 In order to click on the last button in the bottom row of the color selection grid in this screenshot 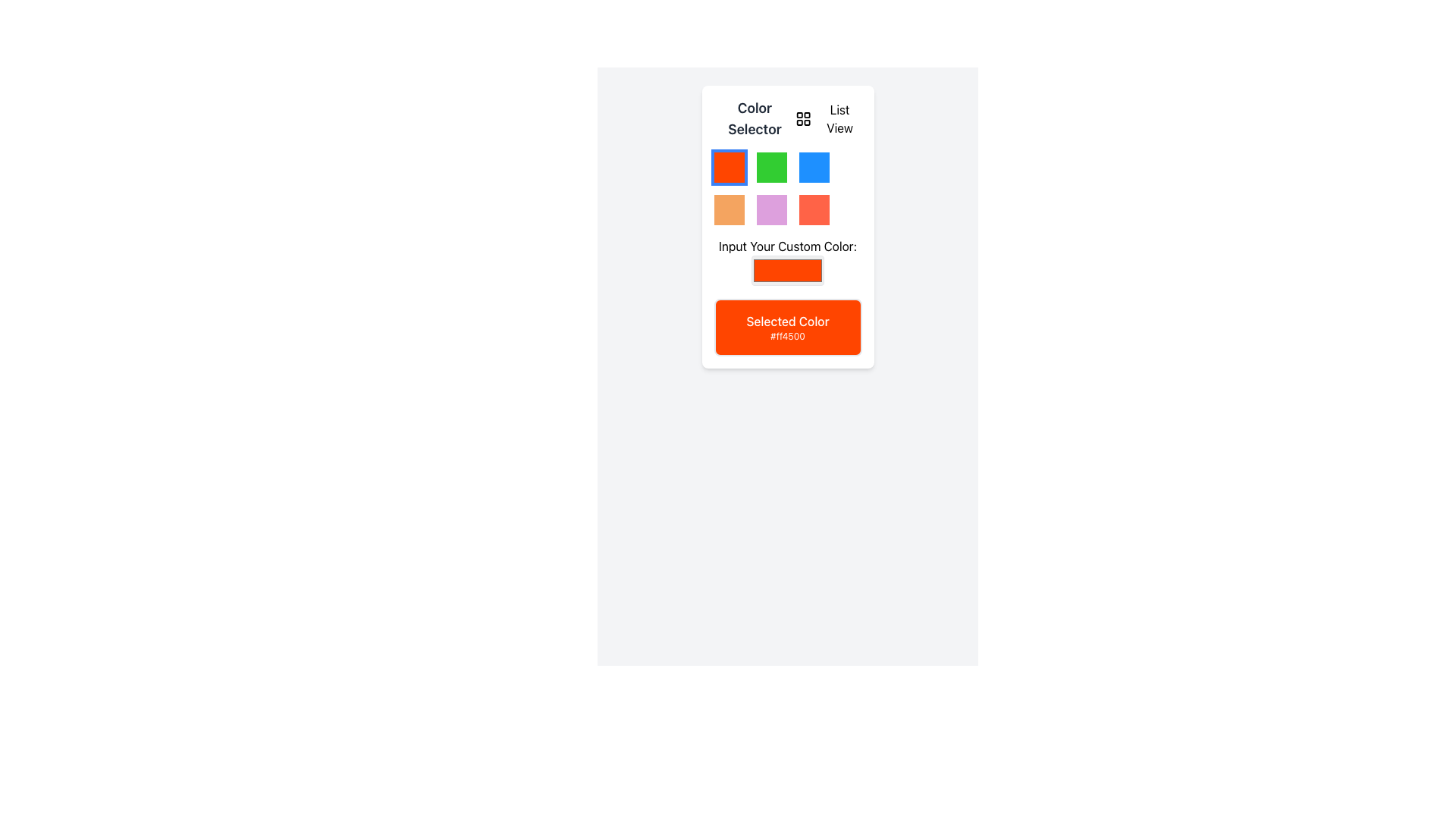, I will do `click(813, 210)`.